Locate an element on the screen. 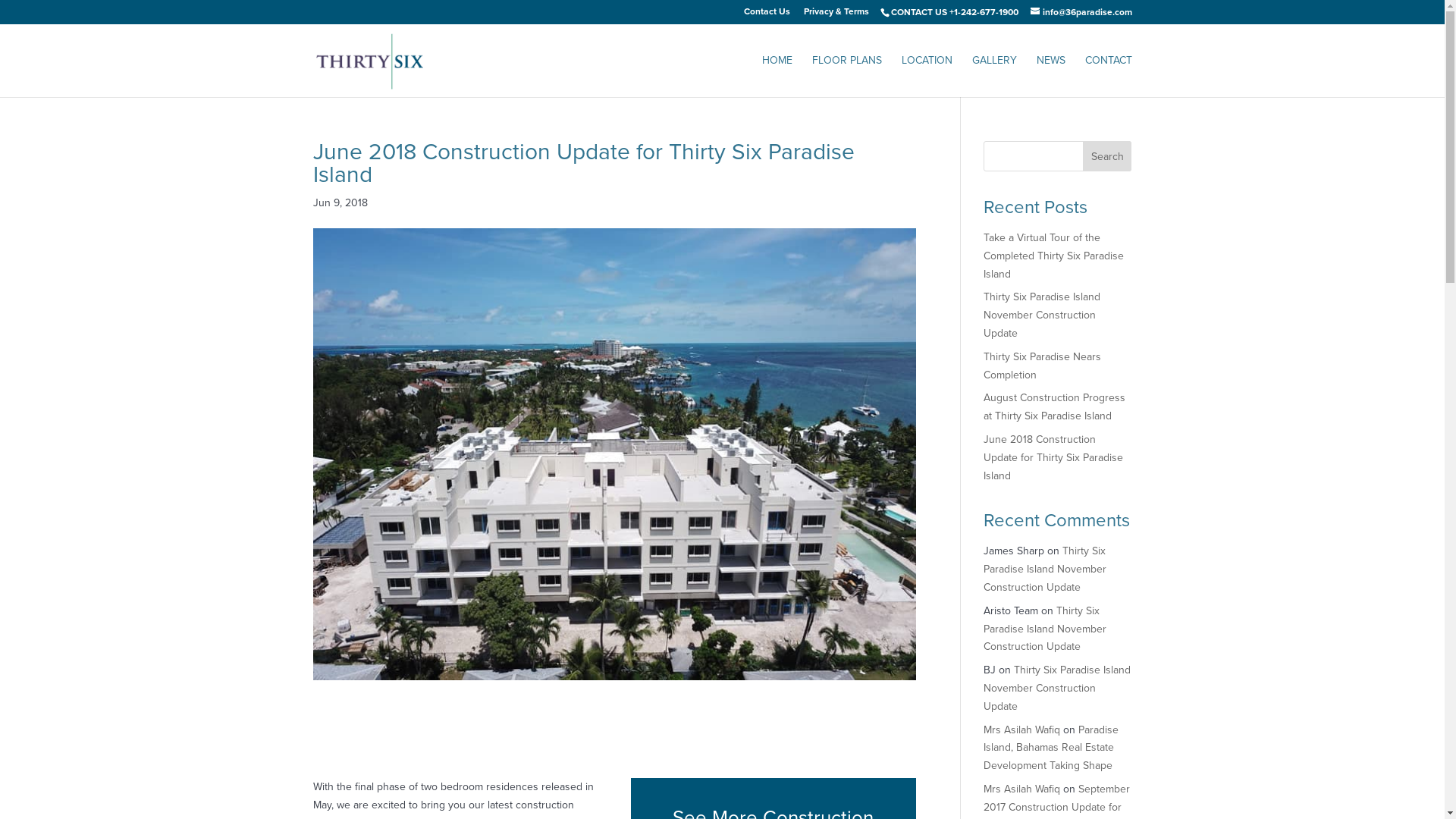  'NEWS' is located at coordinates (1050, 76).